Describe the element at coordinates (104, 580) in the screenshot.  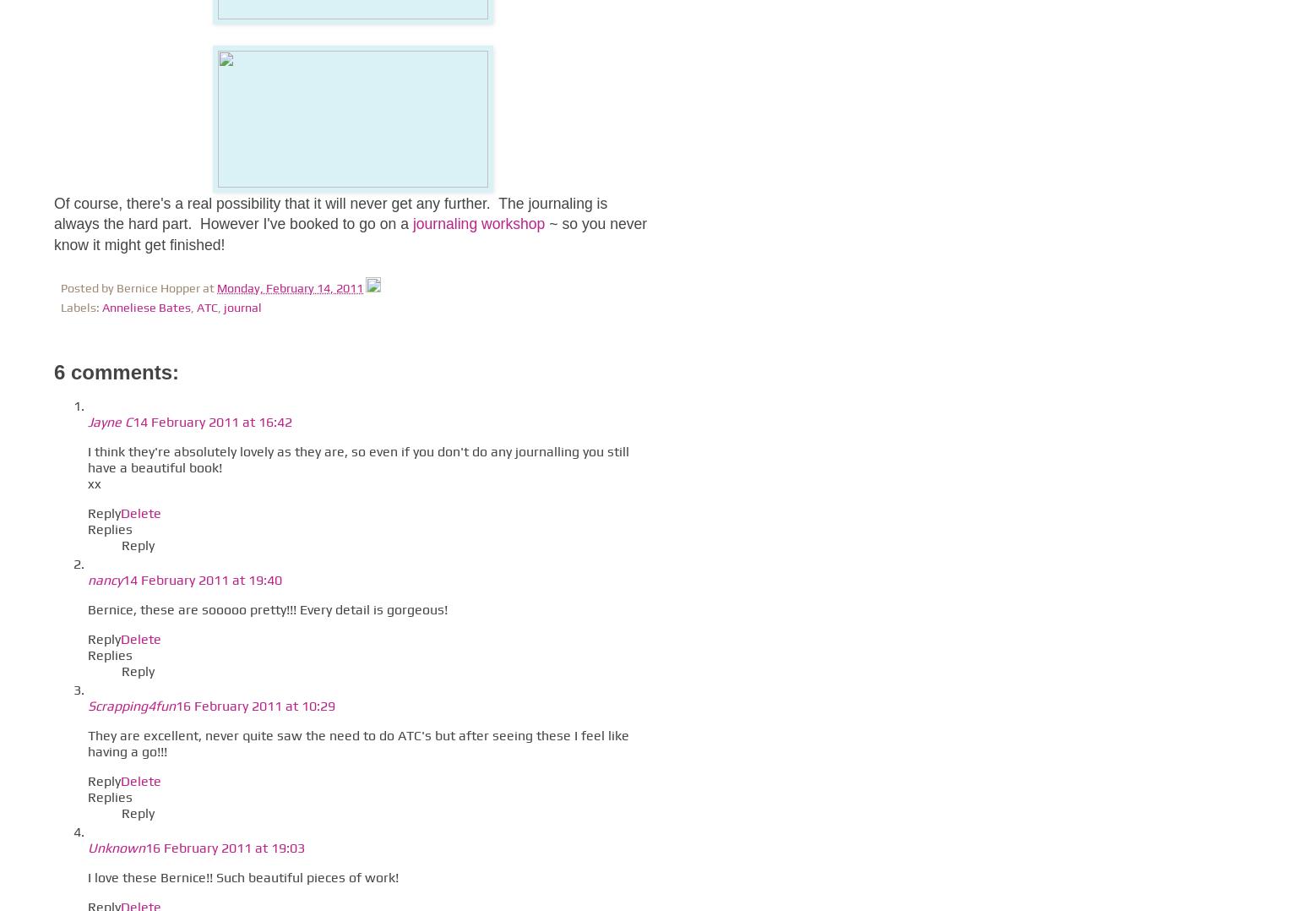
I see `'nancy'` at that location.